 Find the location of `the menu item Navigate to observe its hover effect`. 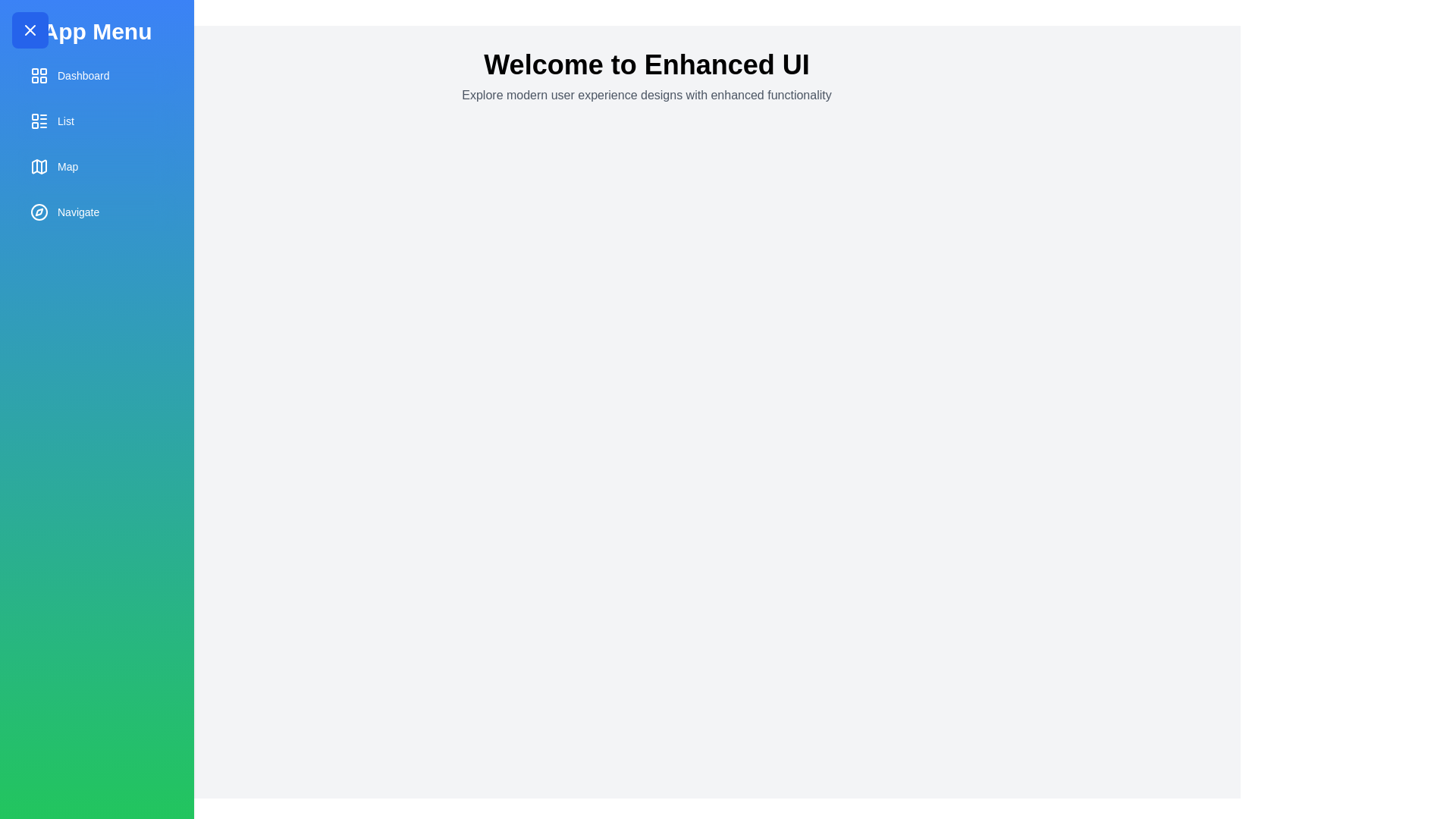

the menu item Navigate to observe its hover effect is located at coordinates (96, 212).